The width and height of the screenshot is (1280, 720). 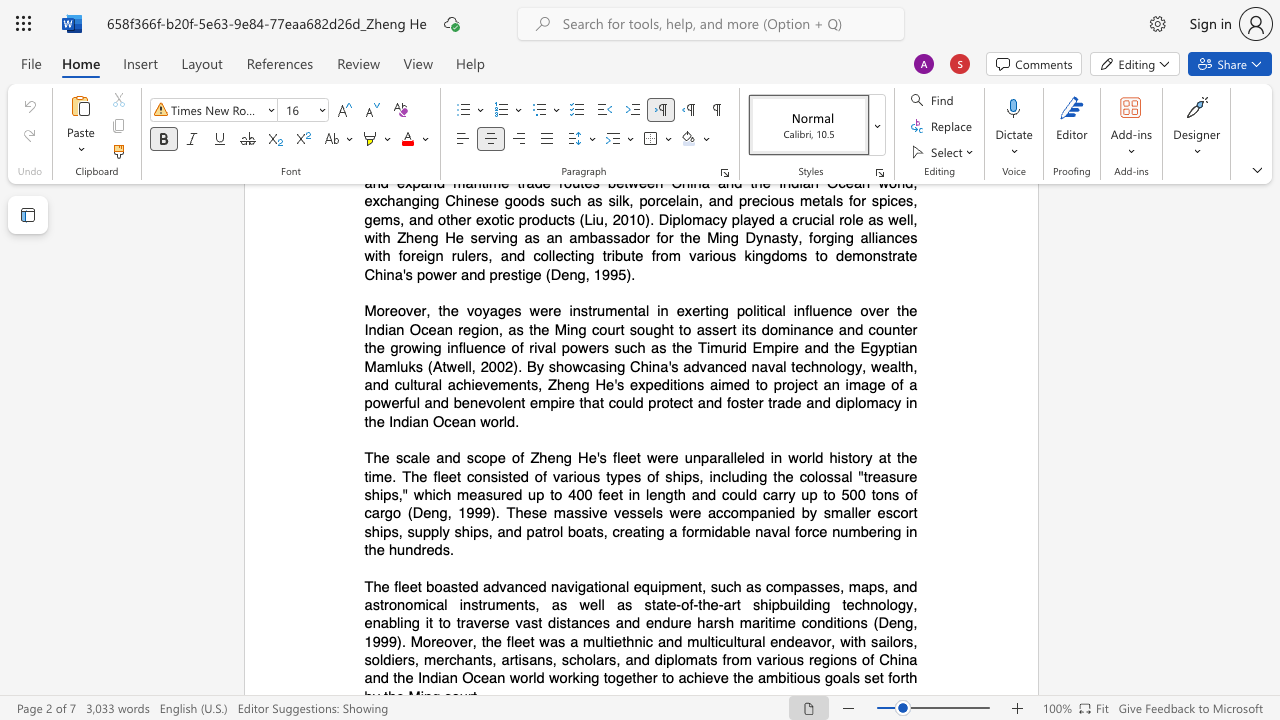 What do you see at coordinates (722, 603) in the screenshot?
I see `the subset text "art" within the text "state-of-the-art"` at bounding box center [722, 603].